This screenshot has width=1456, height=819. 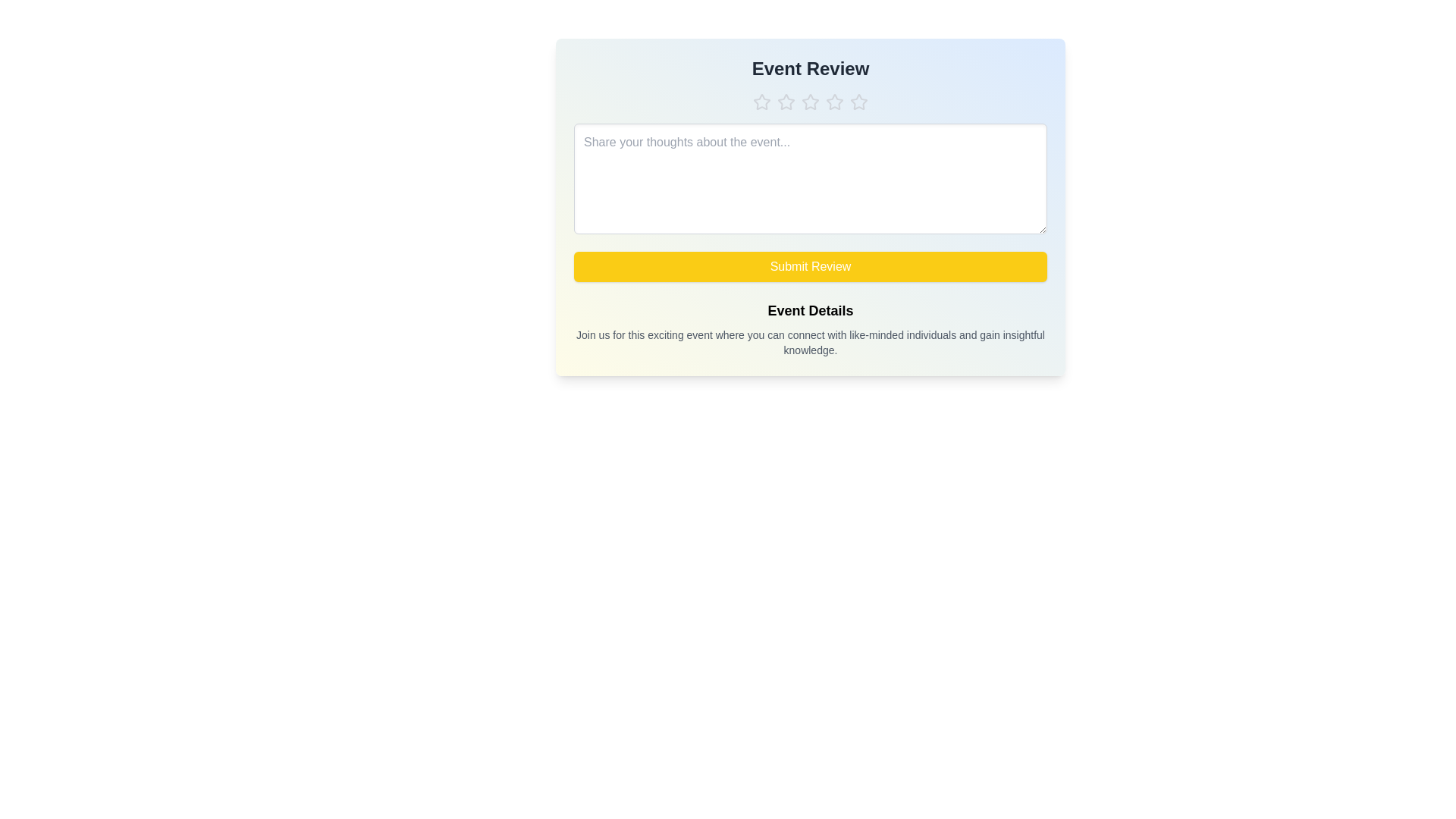 What do you see at coordinates (786, 102) in the screenshot?
I see `the star corresponding to 2 to set the rating` at bounding box center [786, 102].